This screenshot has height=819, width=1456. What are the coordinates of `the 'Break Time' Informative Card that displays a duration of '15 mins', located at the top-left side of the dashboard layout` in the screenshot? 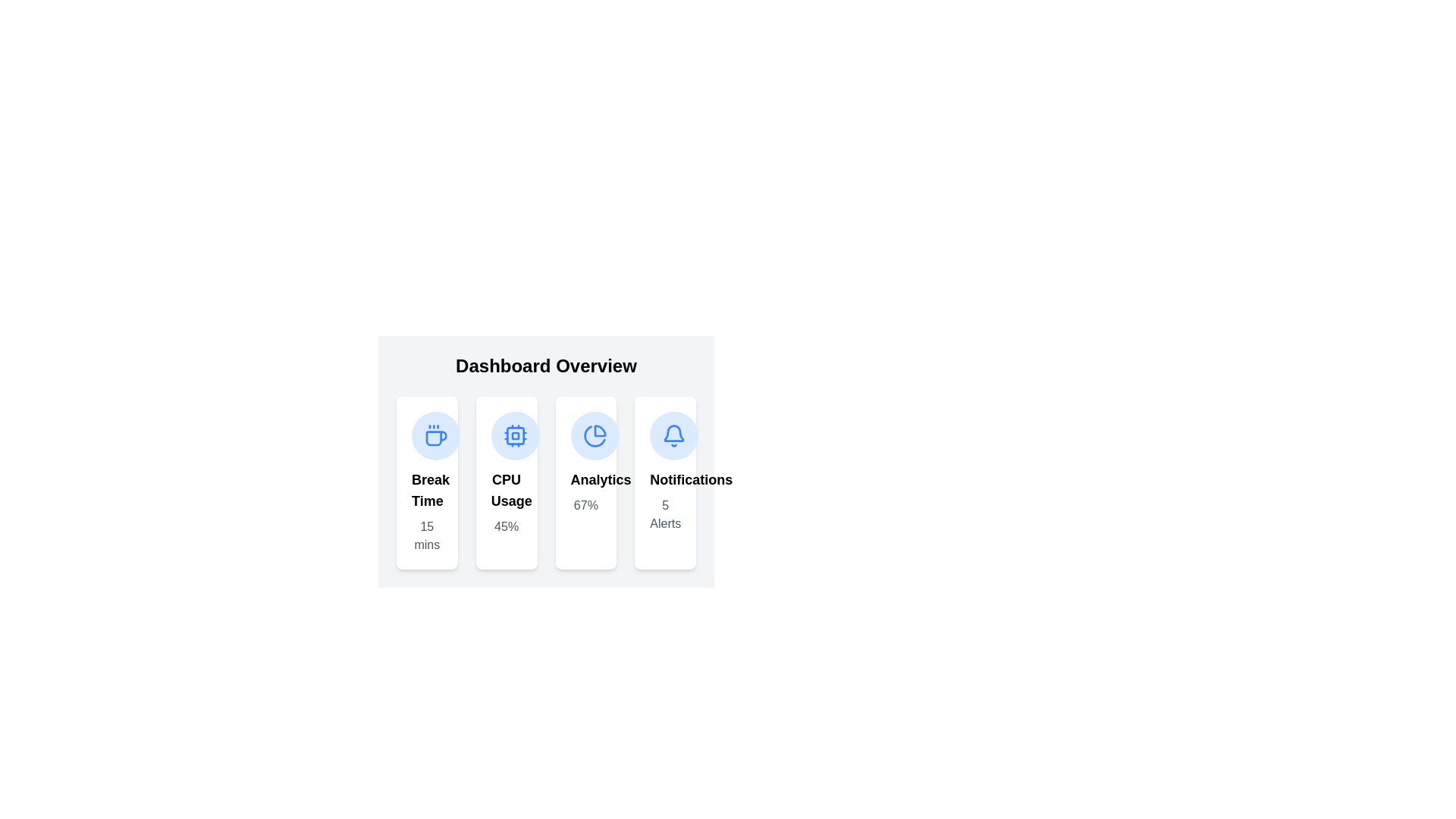 It's located at (426, 482).